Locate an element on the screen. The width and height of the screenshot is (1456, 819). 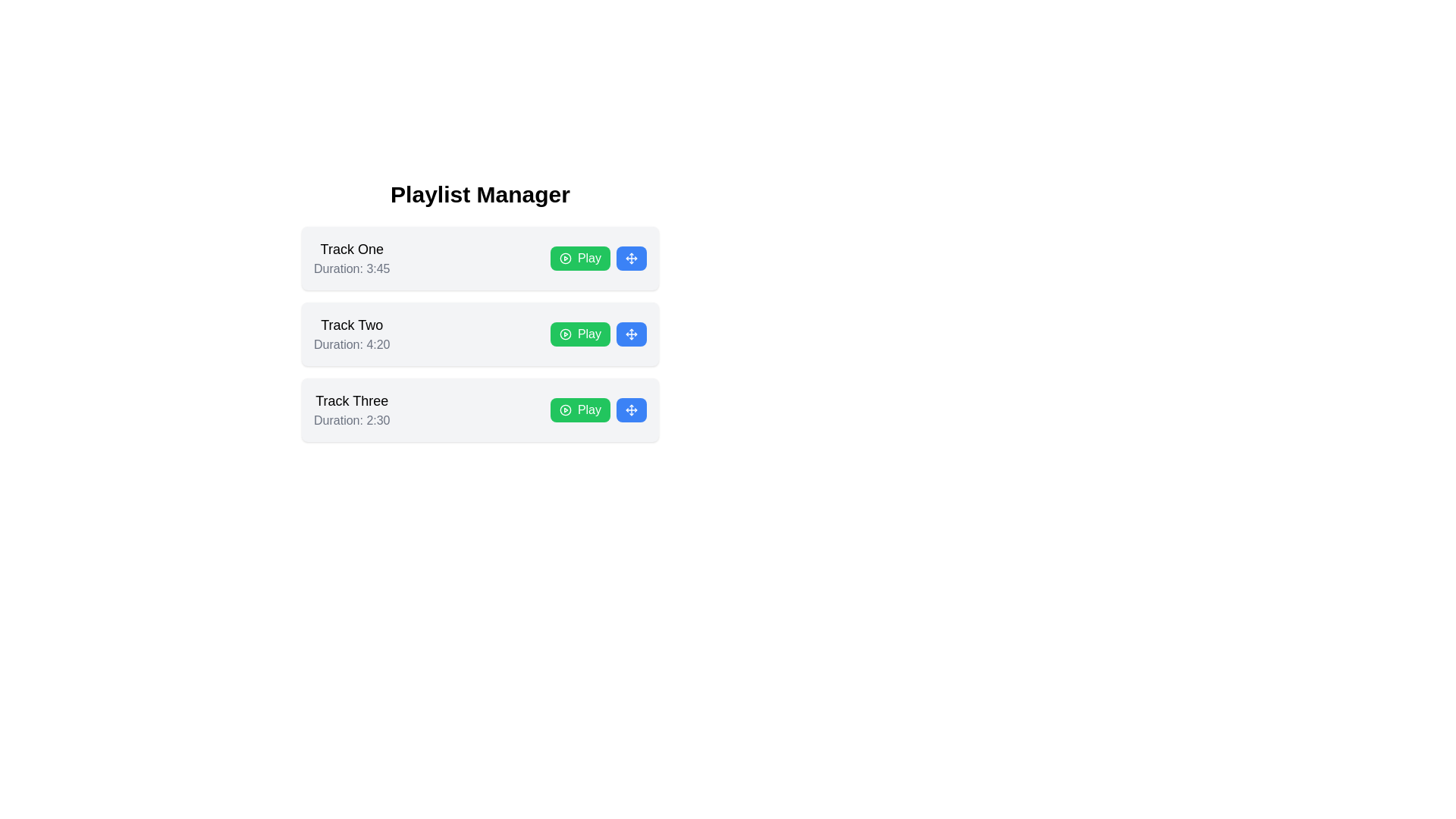
the play icon, which is a green circular button with a white triangle, located within the 'Play' button under the 'Playlist Manager' section is located at coordinates (564, 333).